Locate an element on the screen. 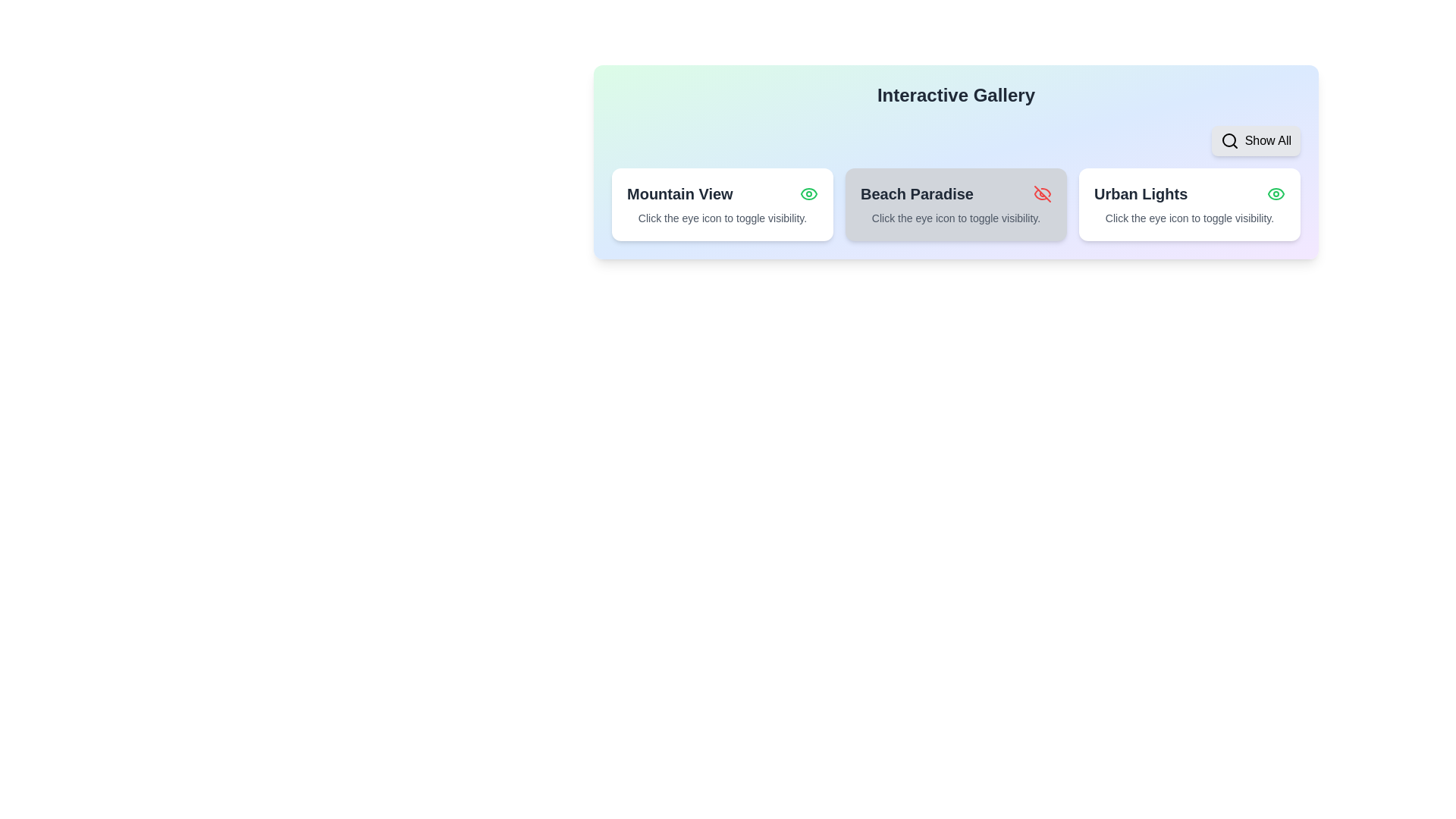 This screenshot has height=819, width=1456. 'Show All' button to make all items visible is located at coordinates (1256, 140).